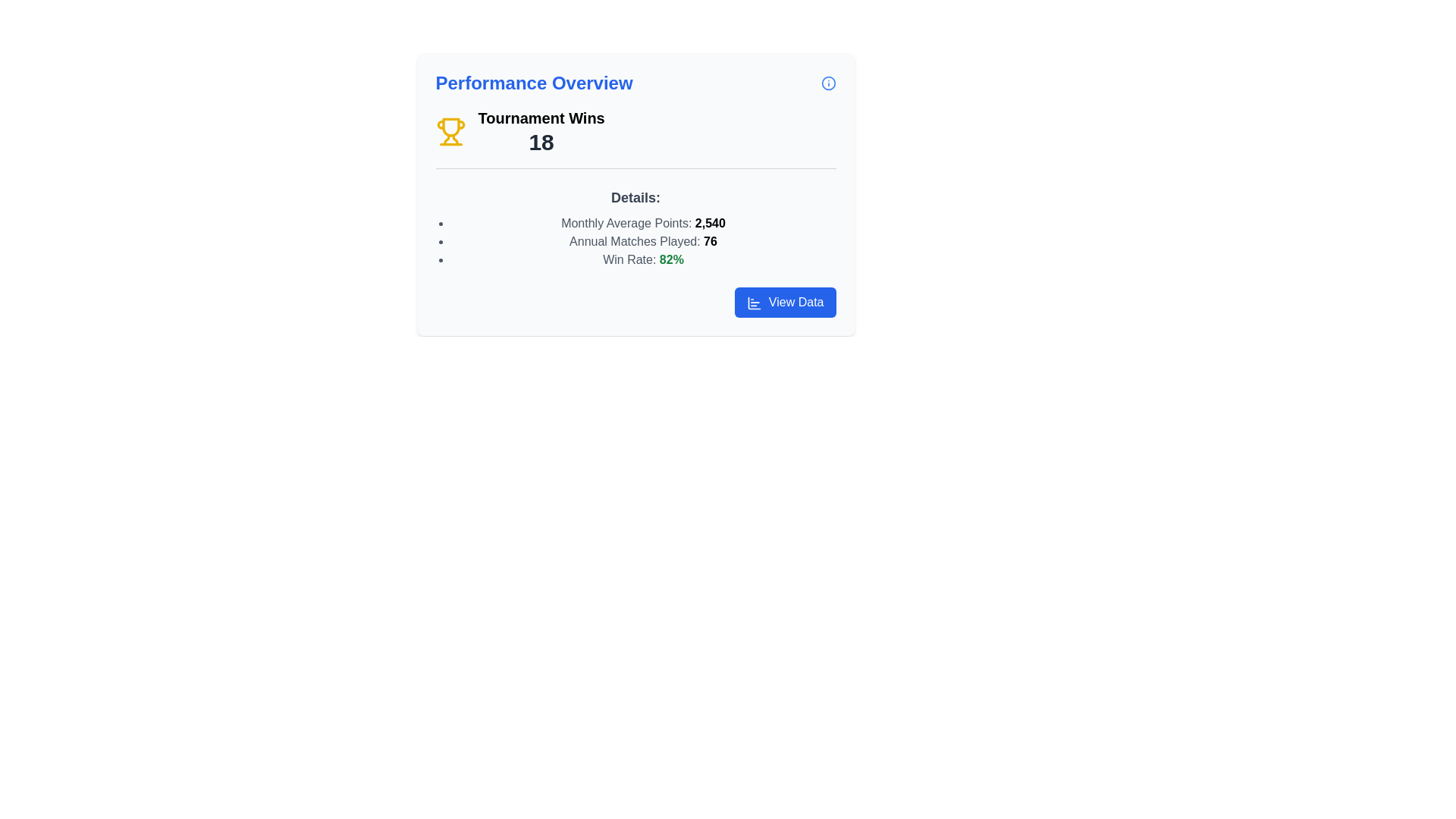 Image resolution: width=1456 pixels, height=819 pixels. Describe the element at coordinates (534, 83) in the screenshot. I see `'Performance Overview' text label which is prominently displayed in bold, blue font at the top-left corner of the performance metrics card` at that location.